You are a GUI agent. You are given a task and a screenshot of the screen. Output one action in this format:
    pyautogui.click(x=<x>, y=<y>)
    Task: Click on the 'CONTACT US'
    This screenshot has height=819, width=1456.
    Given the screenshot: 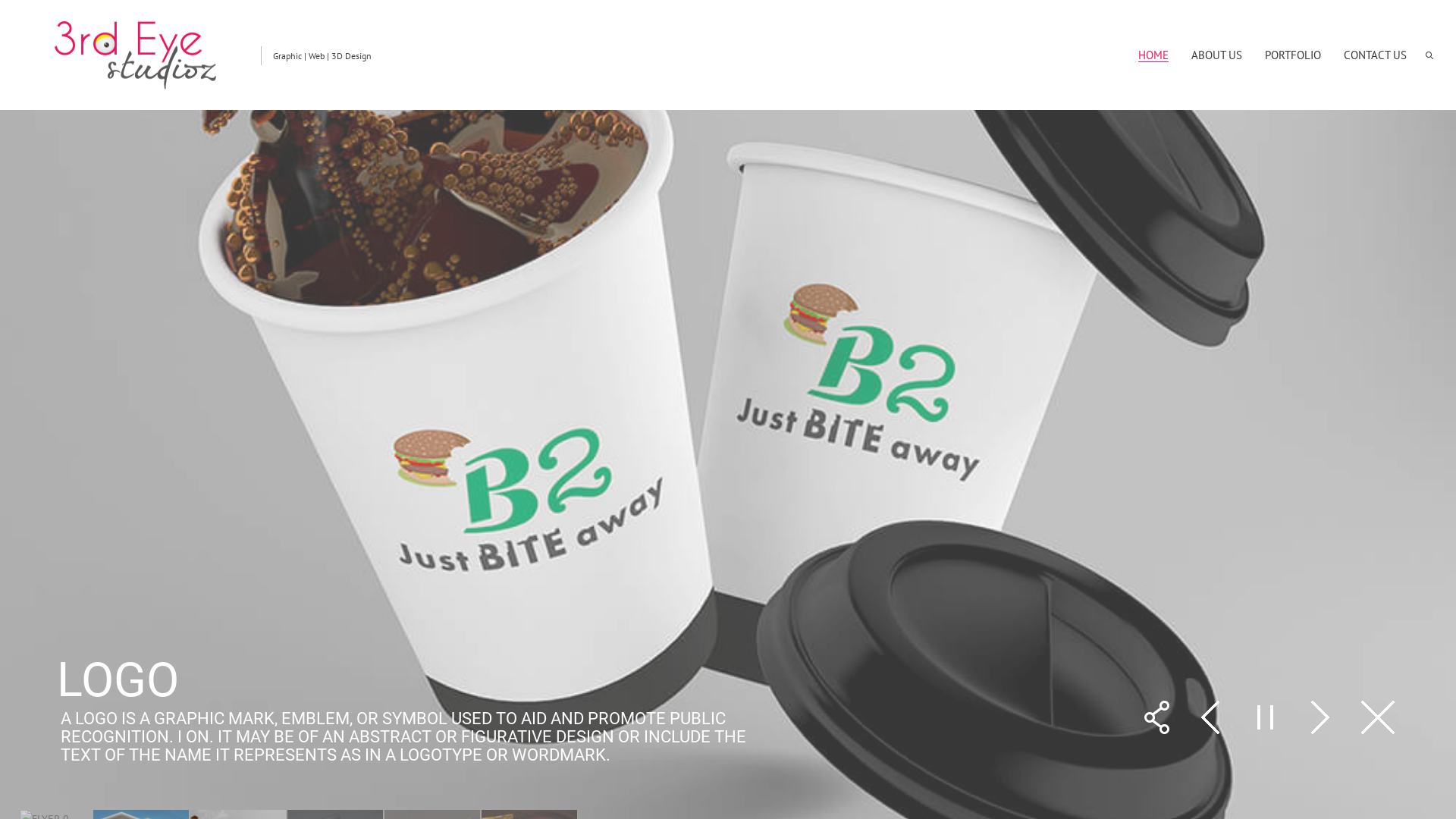 What is the action you would take?
    pyautogui.click(x=1375, y=54)
    